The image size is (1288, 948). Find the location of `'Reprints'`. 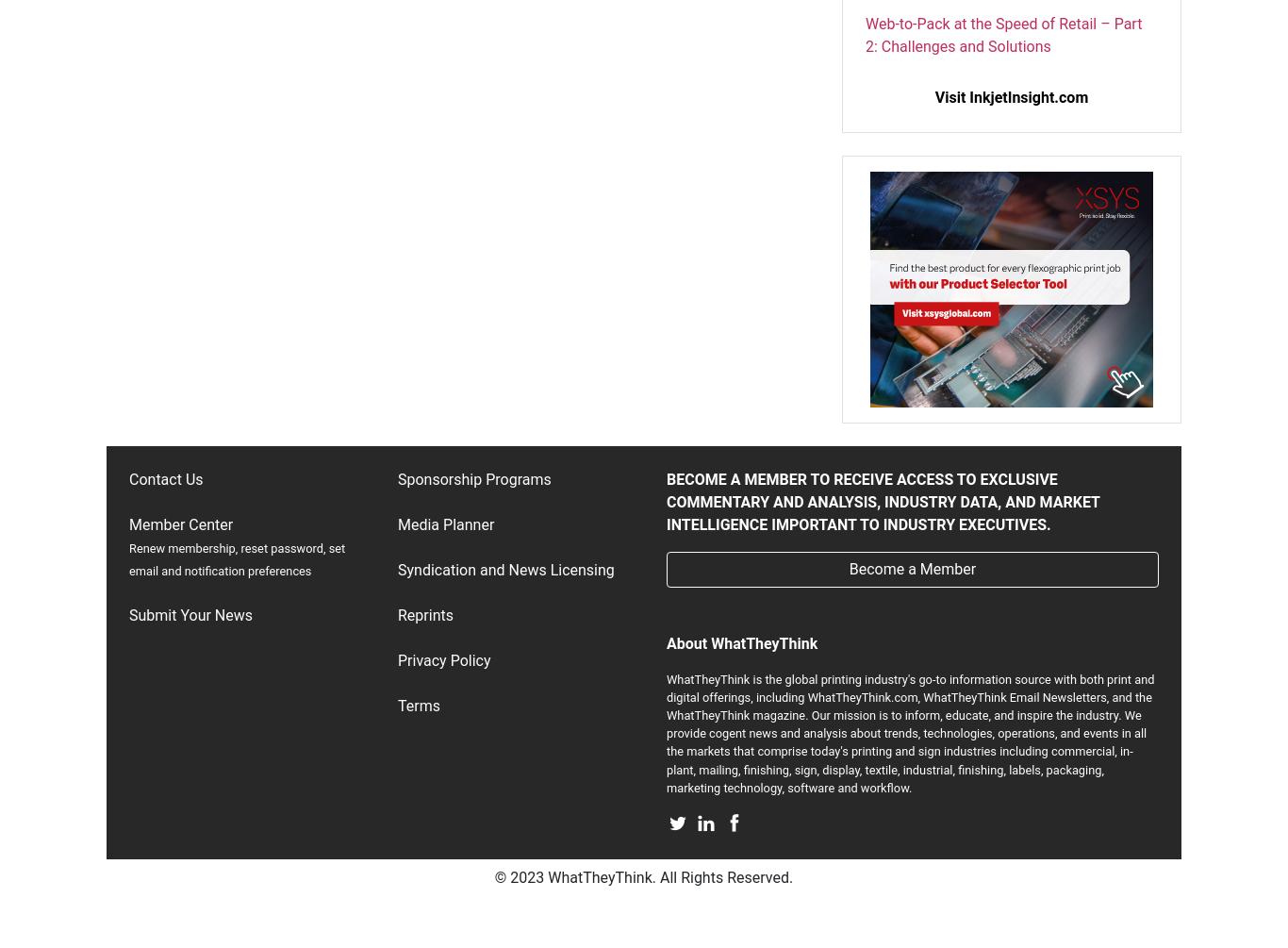

'Reprints' is located at coordinates (424, 613).